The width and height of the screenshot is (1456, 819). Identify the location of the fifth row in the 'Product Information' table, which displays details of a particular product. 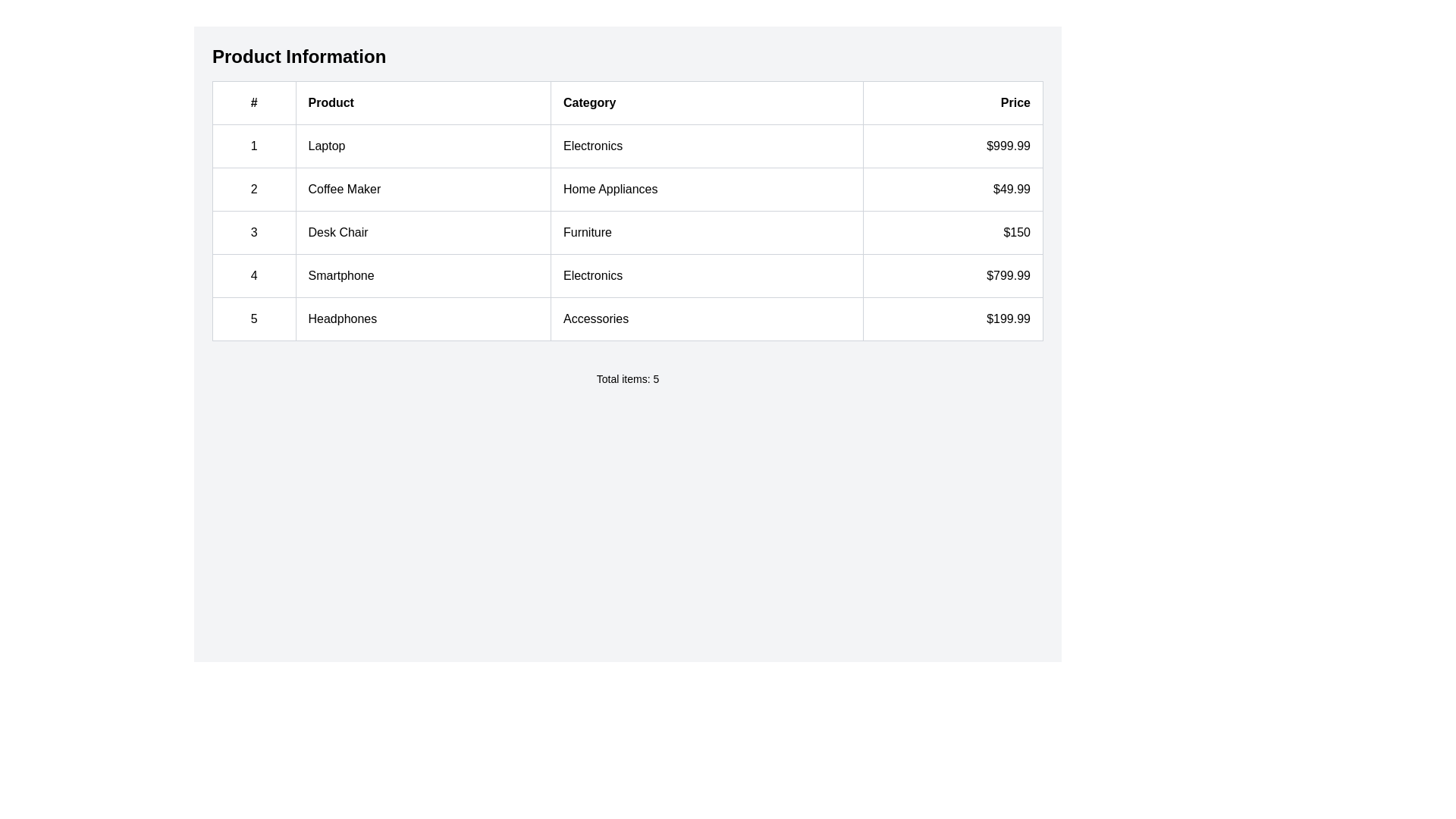
(628, 318).